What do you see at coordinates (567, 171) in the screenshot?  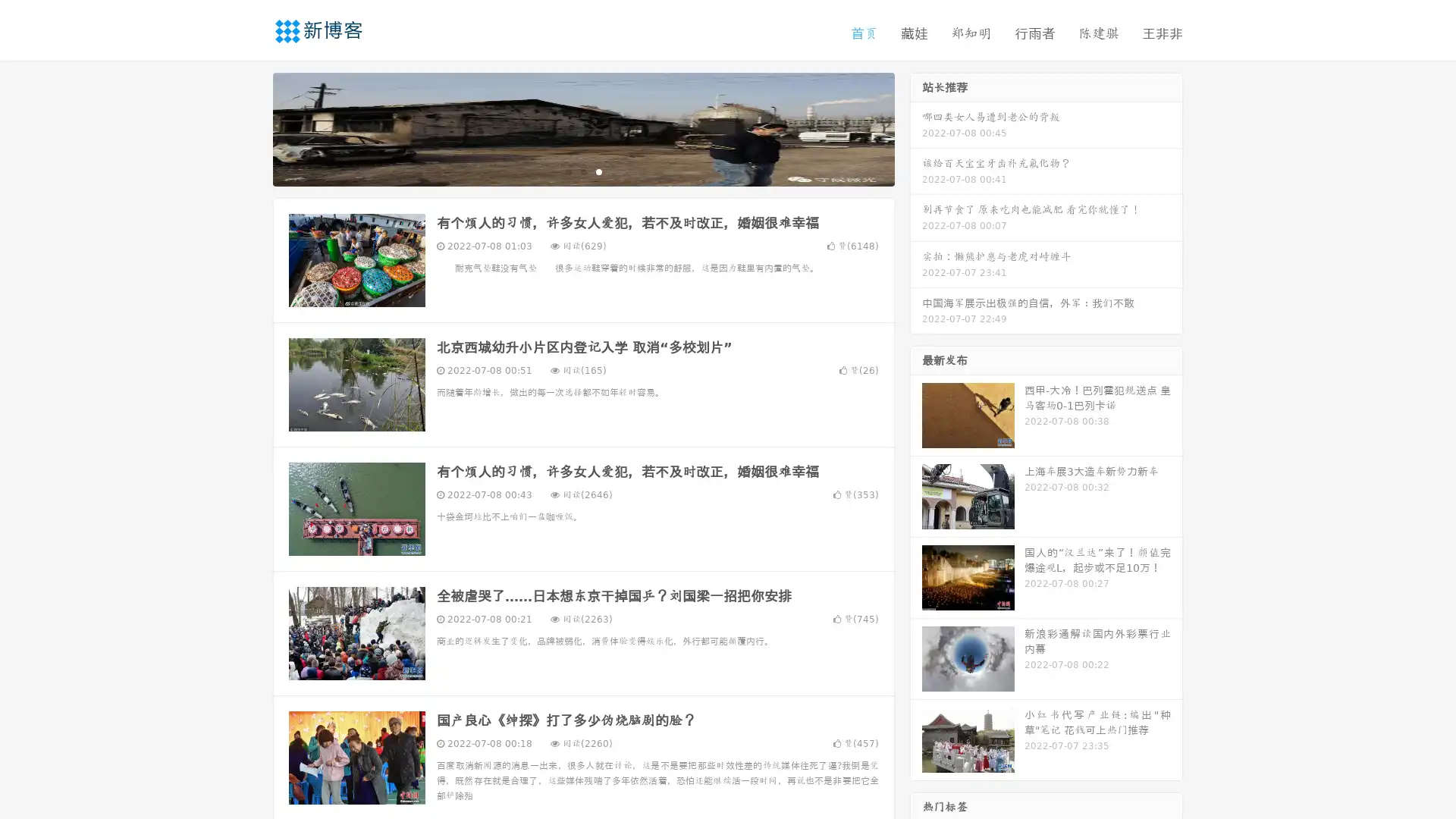 I see `Go to slide 1` at bounding box center [567, 171].